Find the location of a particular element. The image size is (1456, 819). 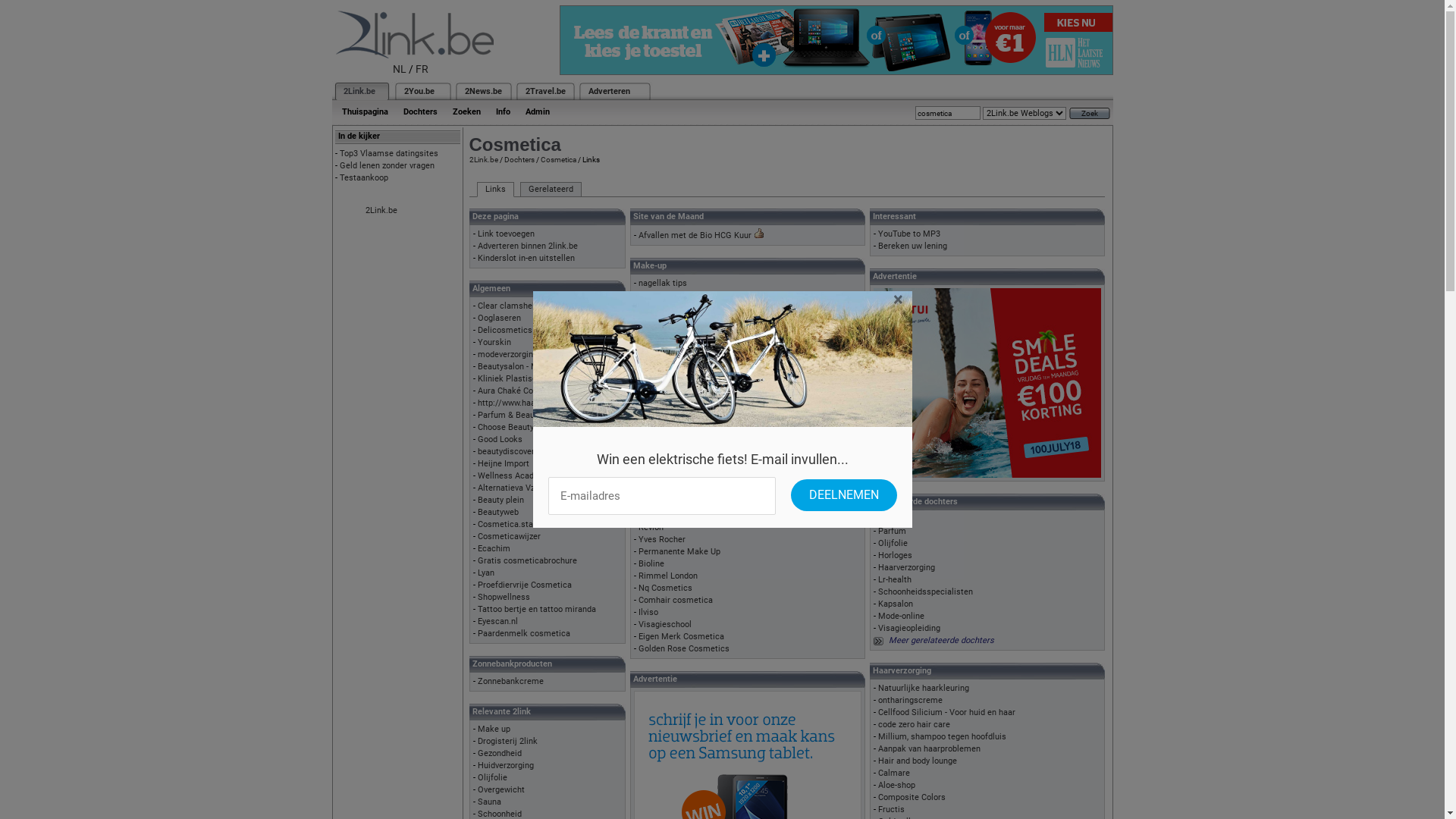

'Kliniek Plastische Chirurgie' is located at coordinates (530, 378).